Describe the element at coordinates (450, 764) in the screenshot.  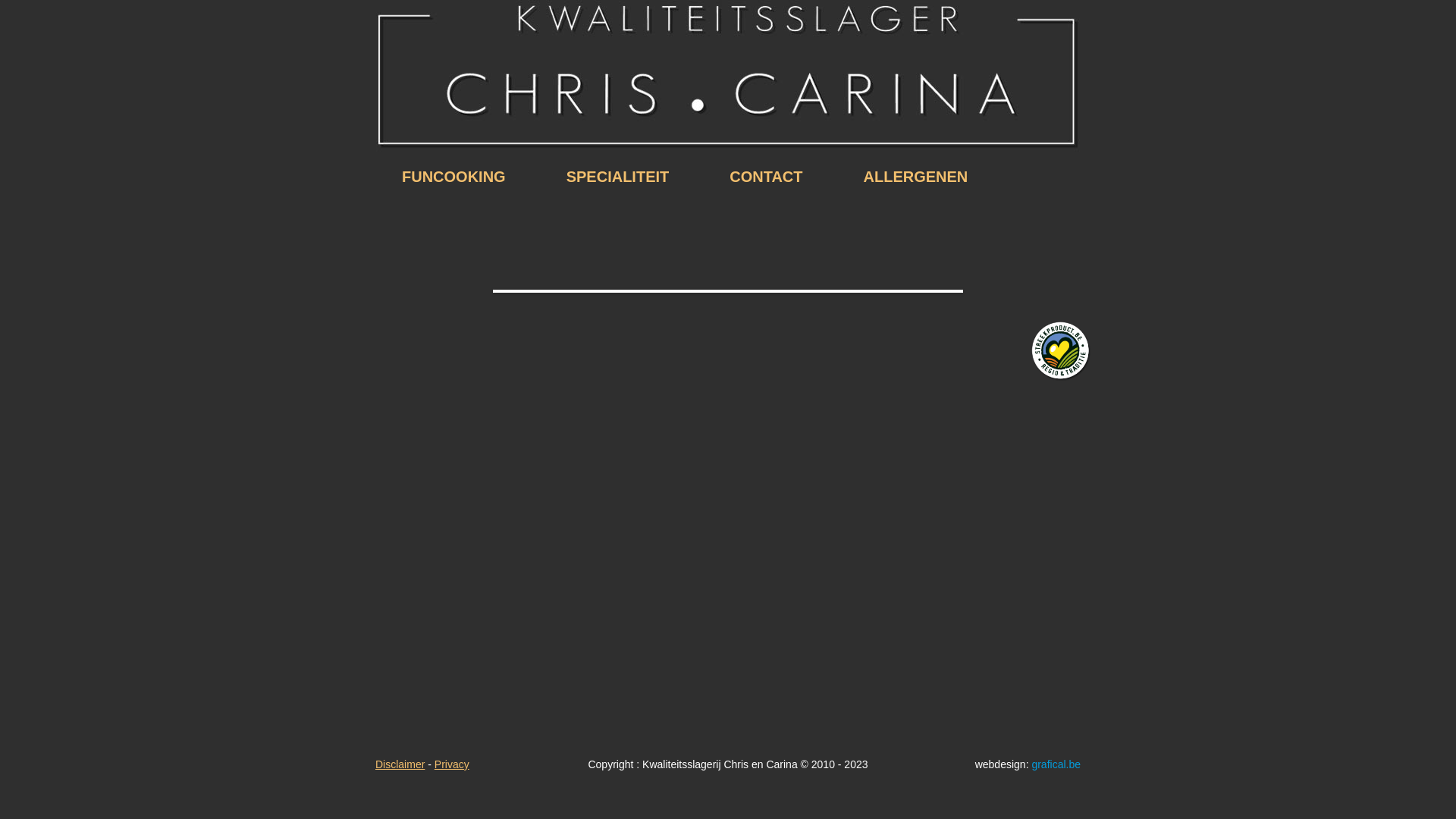
I see `'Privacy'` at that location.